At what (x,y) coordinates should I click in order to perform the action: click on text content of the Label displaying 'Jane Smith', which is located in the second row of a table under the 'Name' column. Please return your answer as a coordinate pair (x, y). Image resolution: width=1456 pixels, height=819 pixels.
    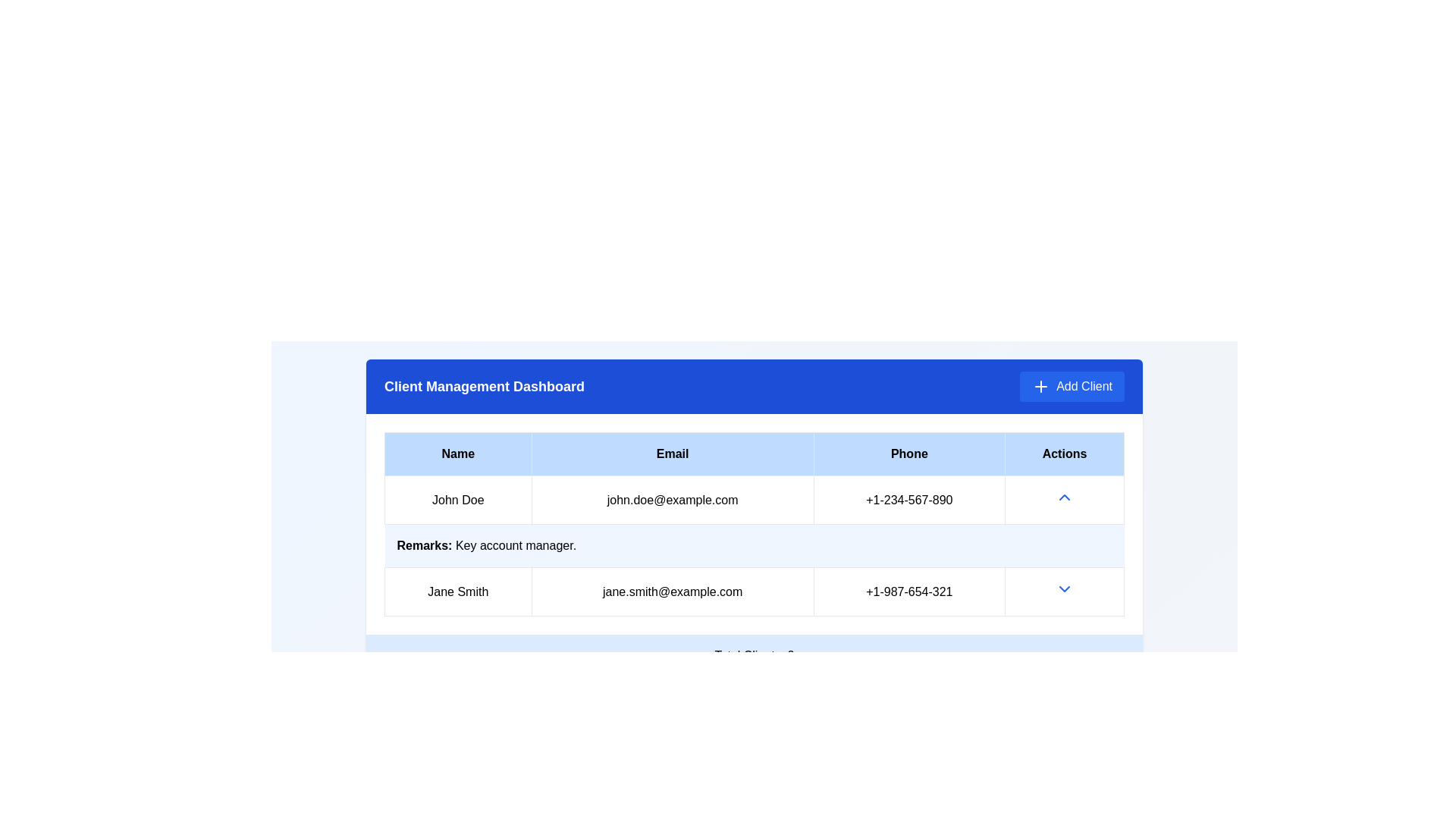
    Looking at the image, I should click on (457, 591).